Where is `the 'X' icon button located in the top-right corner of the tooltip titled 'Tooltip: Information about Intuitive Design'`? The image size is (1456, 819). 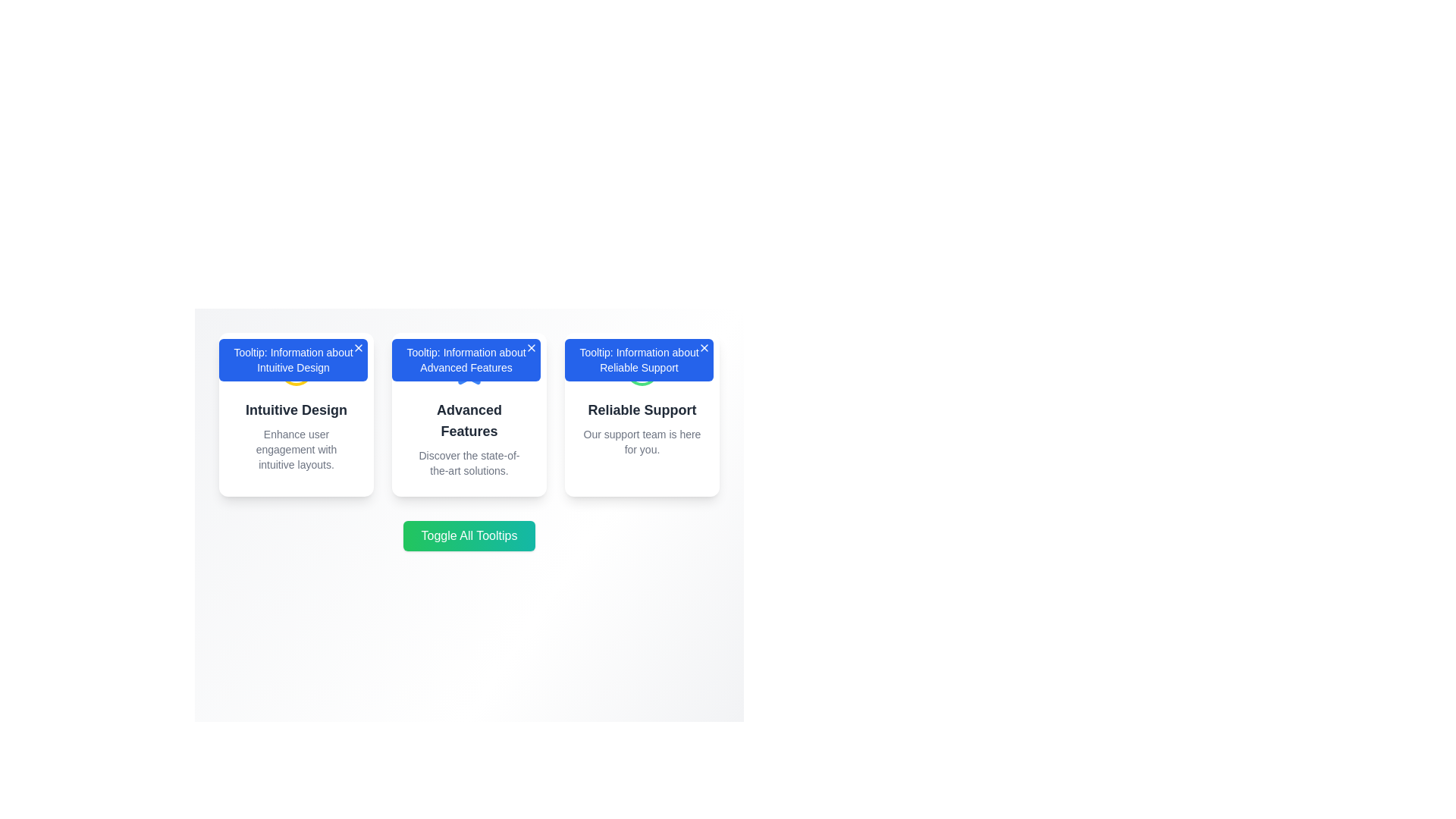 the 'X' icon button located in the top-right corner of the tooltip titled 'Tooltip: Information about Intuitive Design' is located at coordinates (358, 348).